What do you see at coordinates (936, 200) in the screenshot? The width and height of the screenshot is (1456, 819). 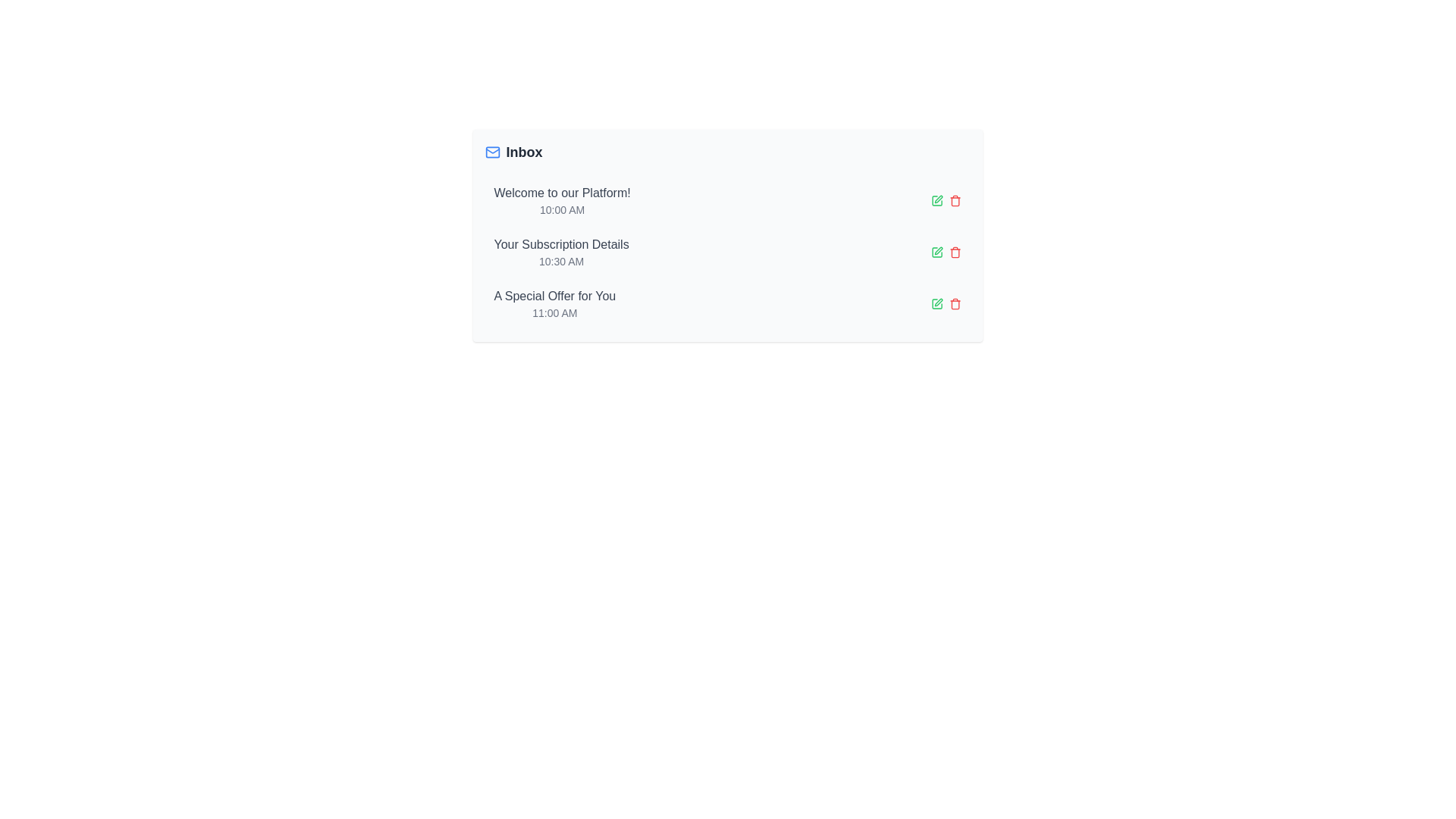 I see `the icon button located to the right of the text 'Welcome to our Platform!'` at bounding box center [936, 200].